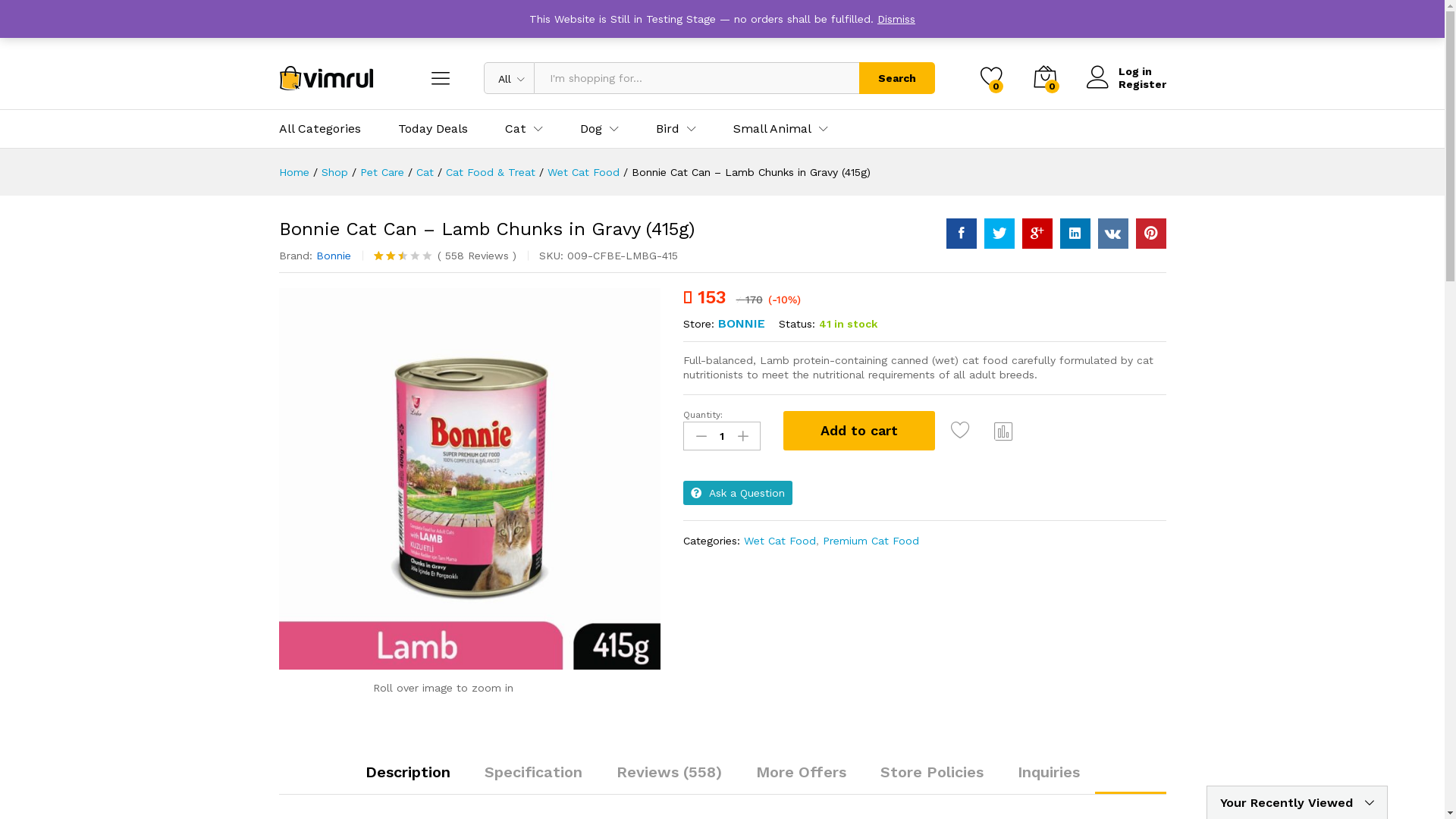  What do you see at coordinates (871, 540) in the screenshot?
I see `'Premium Cat Food'` at bounding box center [871, 540].